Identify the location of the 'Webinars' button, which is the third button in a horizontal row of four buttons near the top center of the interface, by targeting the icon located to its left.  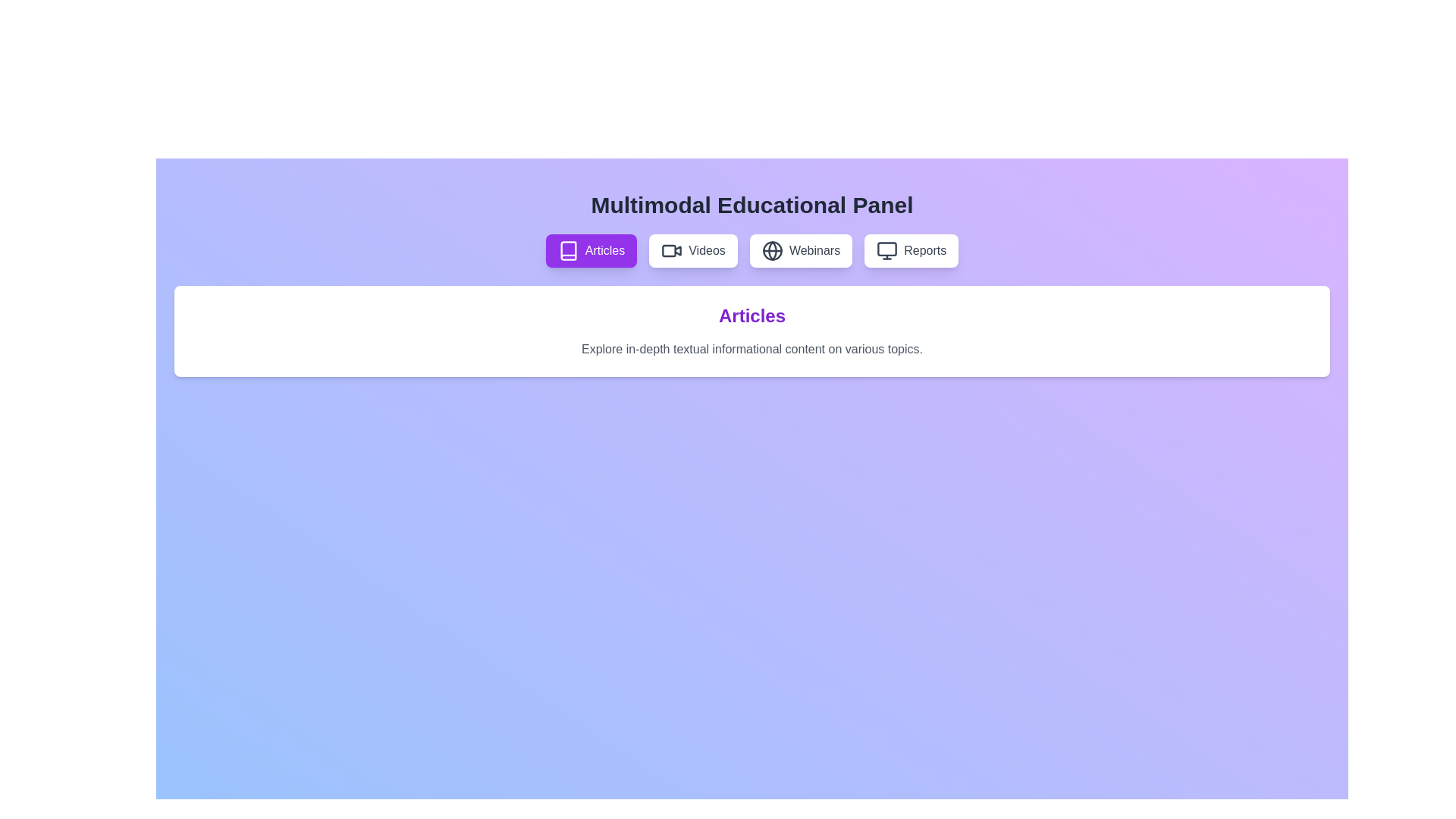
(772, 250).